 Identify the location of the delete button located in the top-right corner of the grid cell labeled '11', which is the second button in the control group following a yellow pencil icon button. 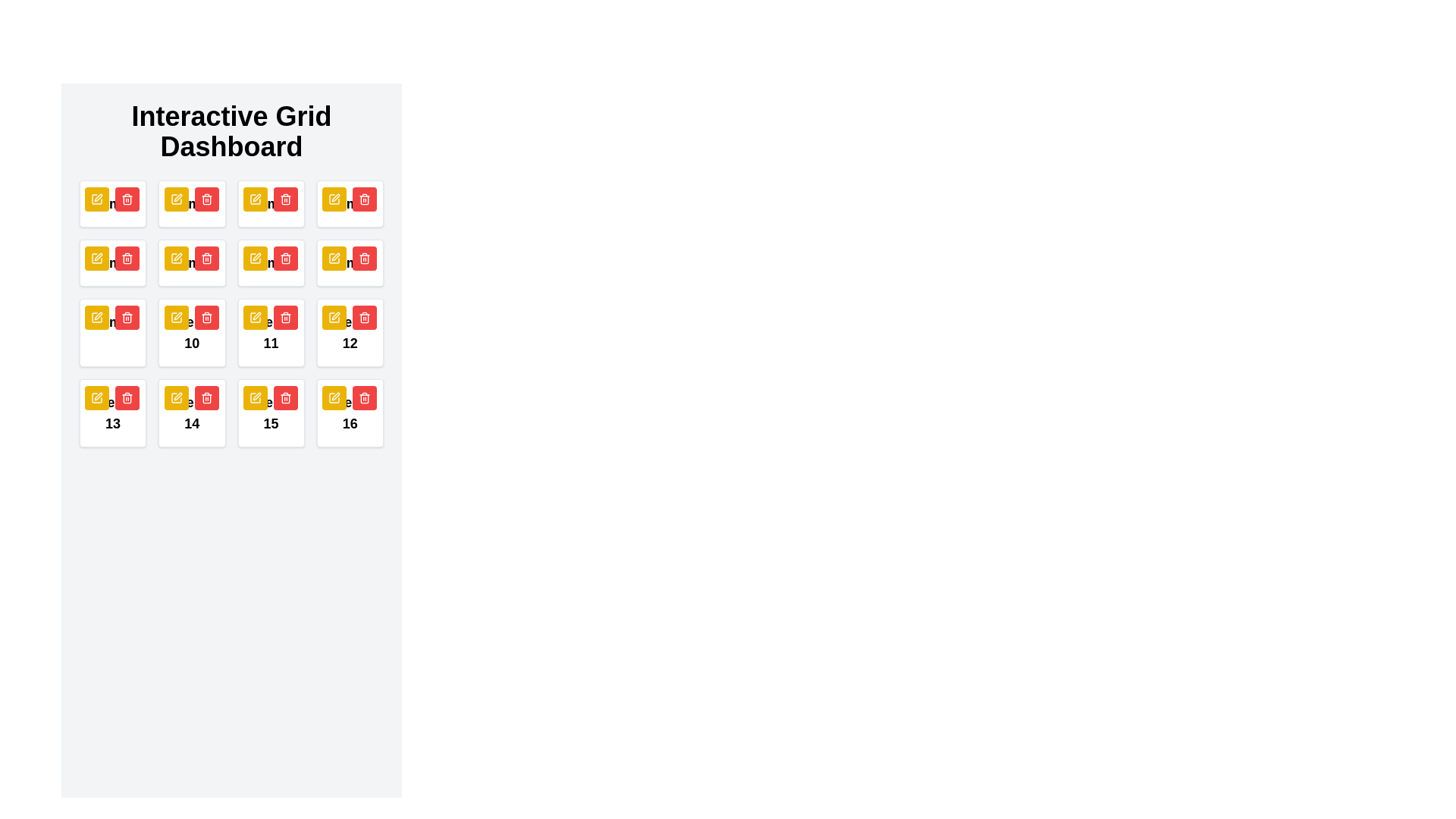
(285, 198).